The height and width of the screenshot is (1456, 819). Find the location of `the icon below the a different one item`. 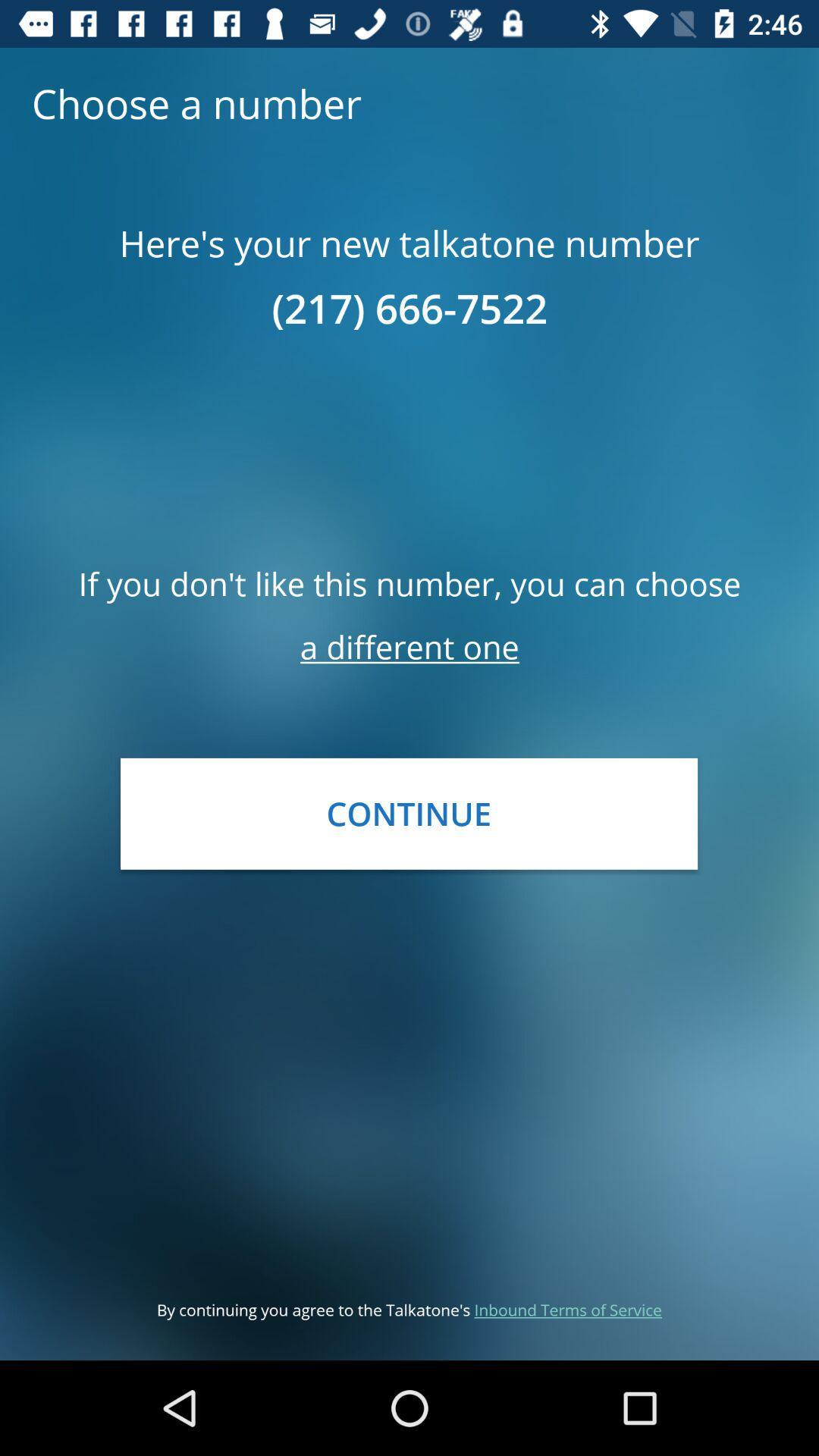

the icon below the a different one item is located at coordinates (408, 813).